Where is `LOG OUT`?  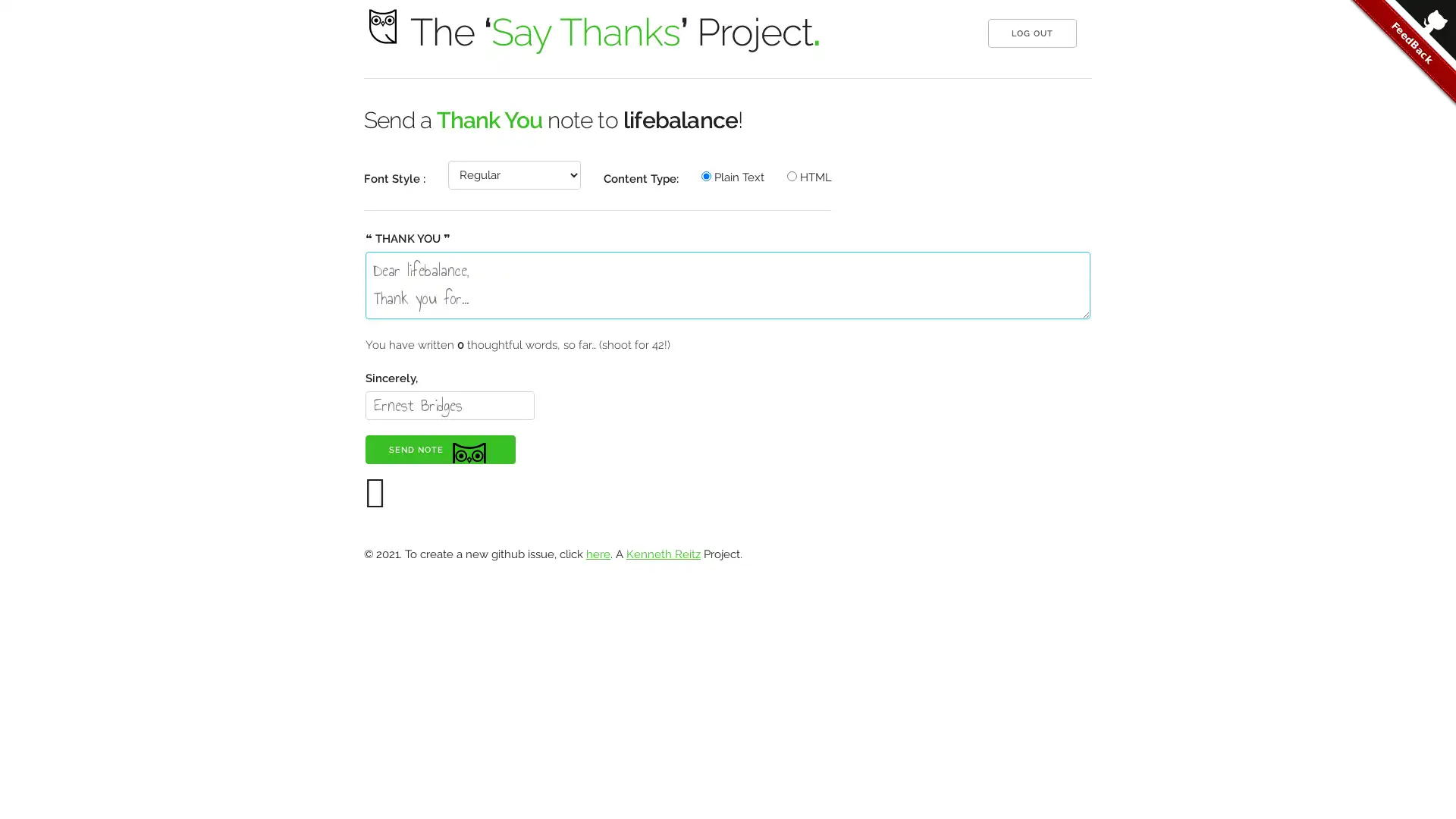
LOG OUT is located at coordinates (1031, 33).